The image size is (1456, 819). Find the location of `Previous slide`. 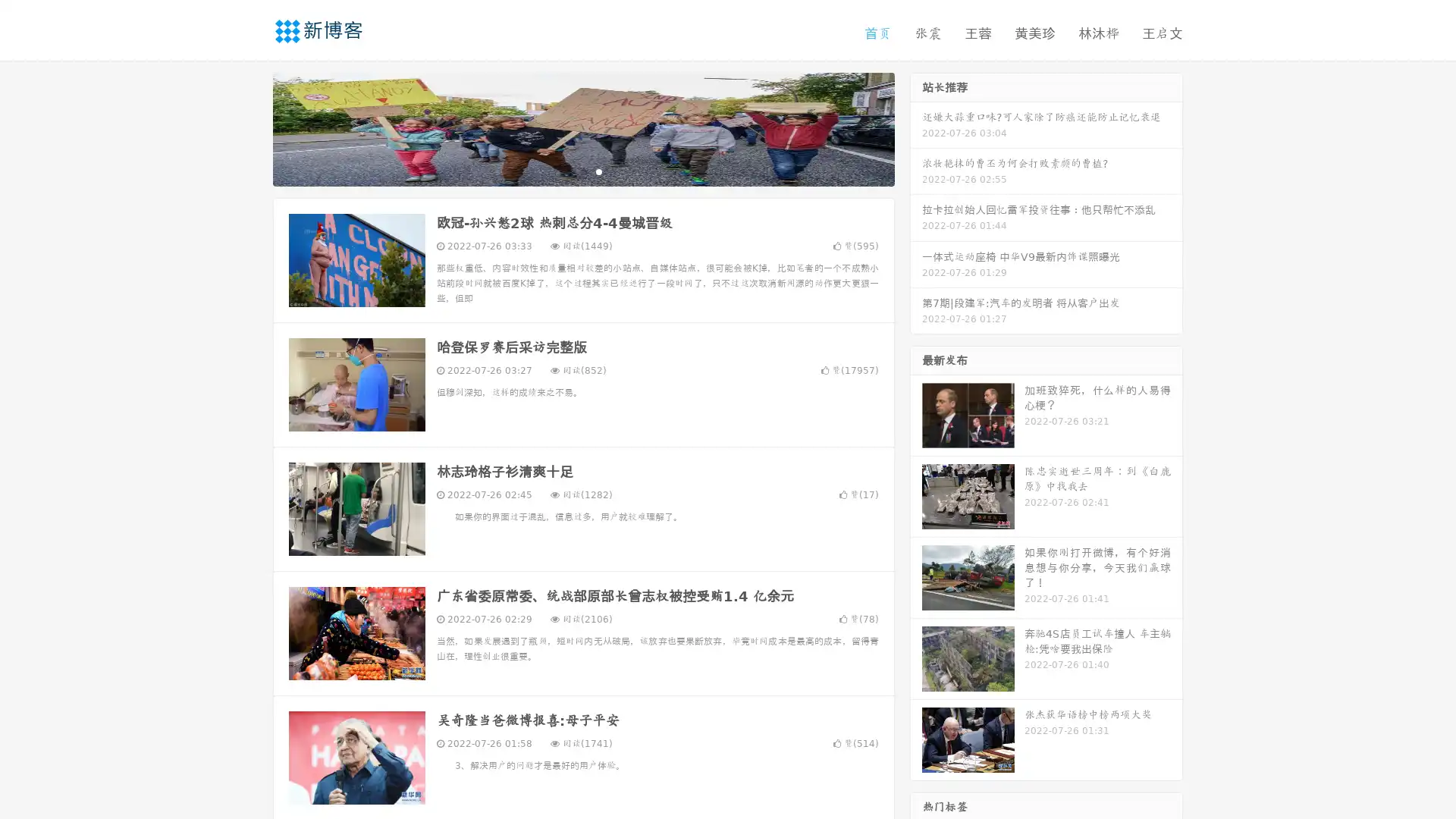

Previous slide is located at coordinates (250, 127).